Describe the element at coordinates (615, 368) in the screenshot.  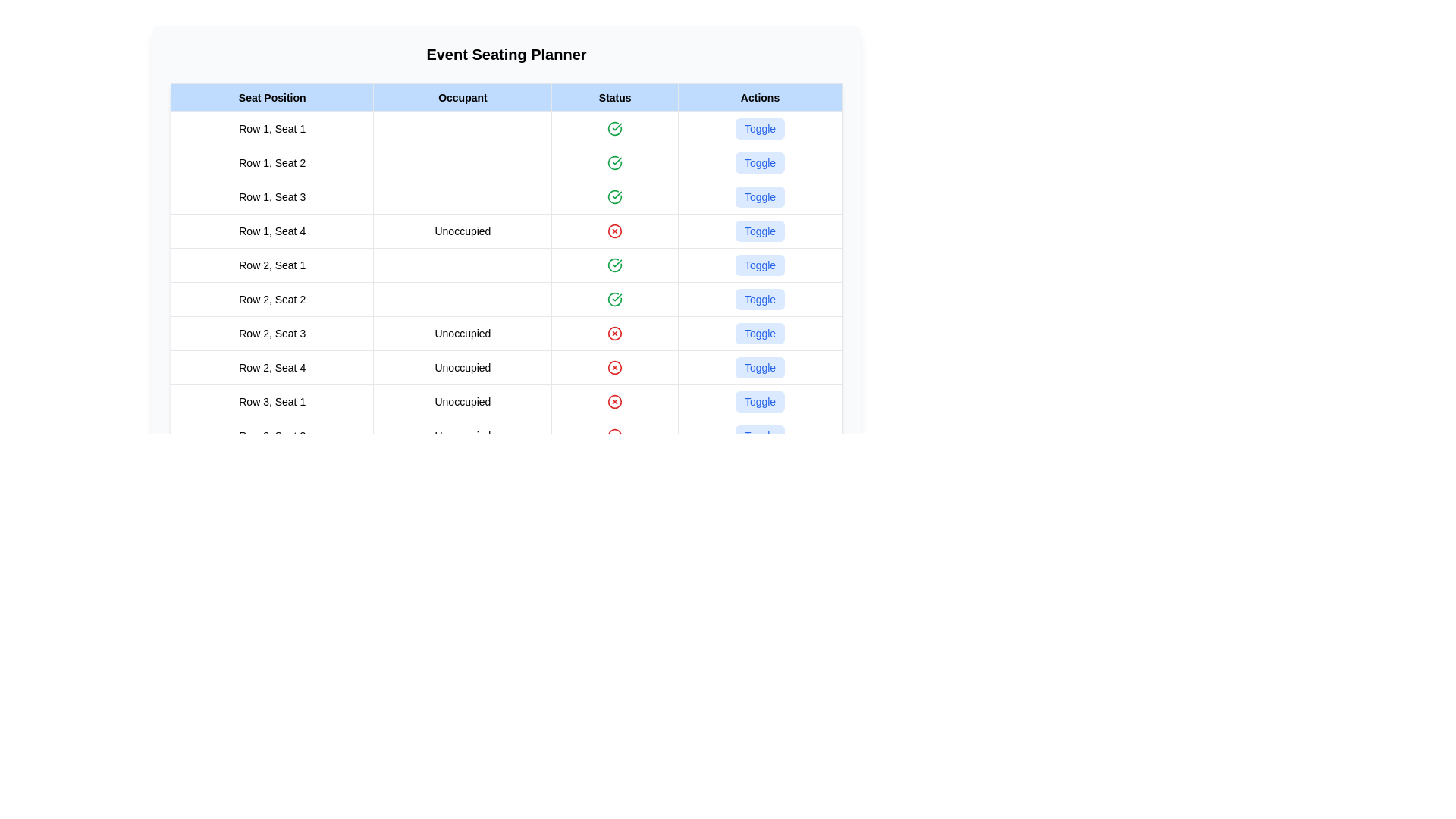
I see `the icon representing the negative or unavailable status in the third column of the 'Row 2, Seat 4', which is adjacent to the 'Unoccupied' text and the 'Toggle' button` at that location.